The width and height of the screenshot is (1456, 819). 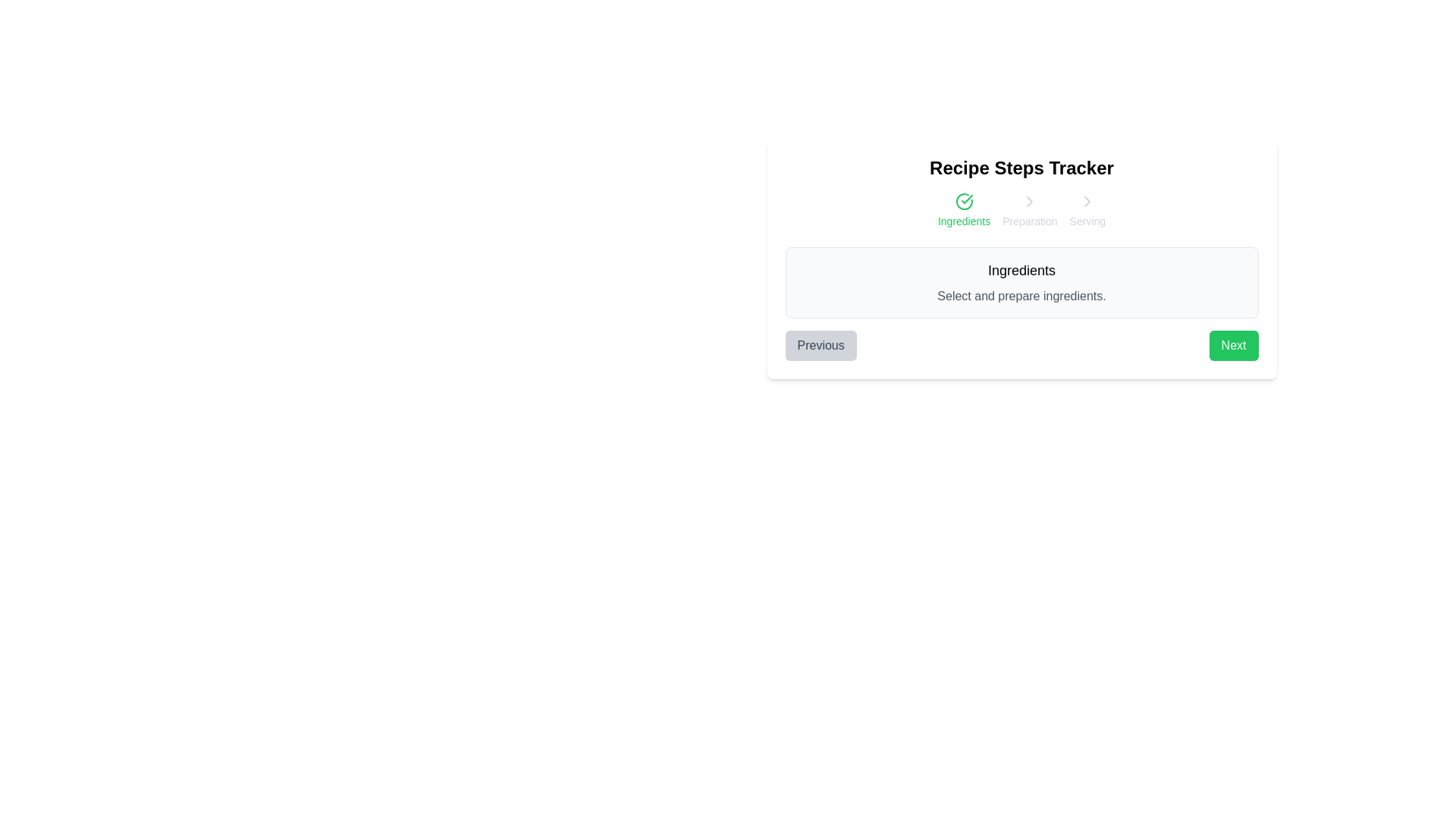 What do you see at coordinates (1234, 345) in the screenshot?
I see `the second button on the far right of the horizontal layout to proceed to the next step in the workflow` at bounding box center [1234, 345].